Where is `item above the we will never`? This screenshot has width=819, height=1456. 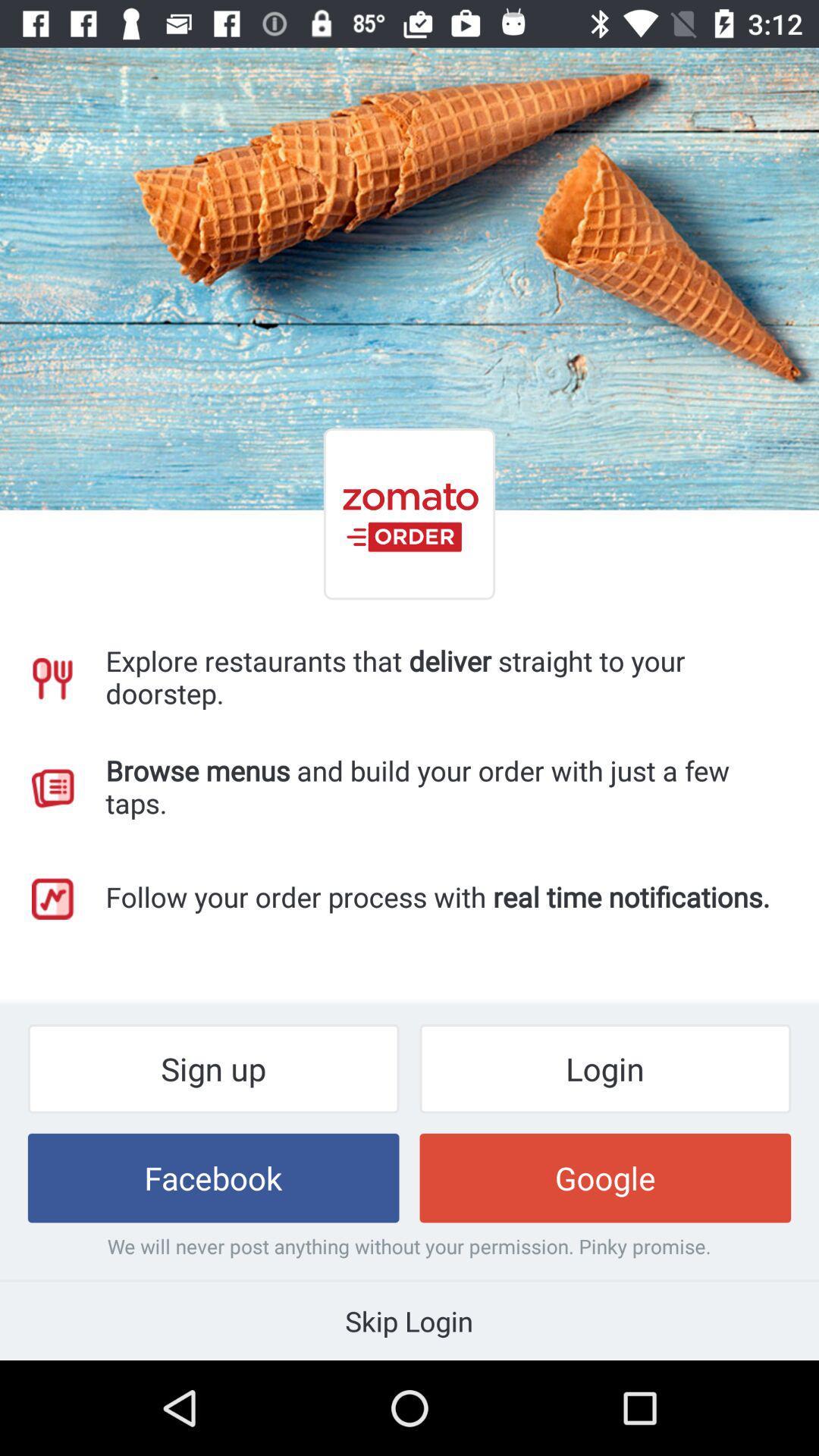
item above the we will never is located at coordinates (213, 1177).